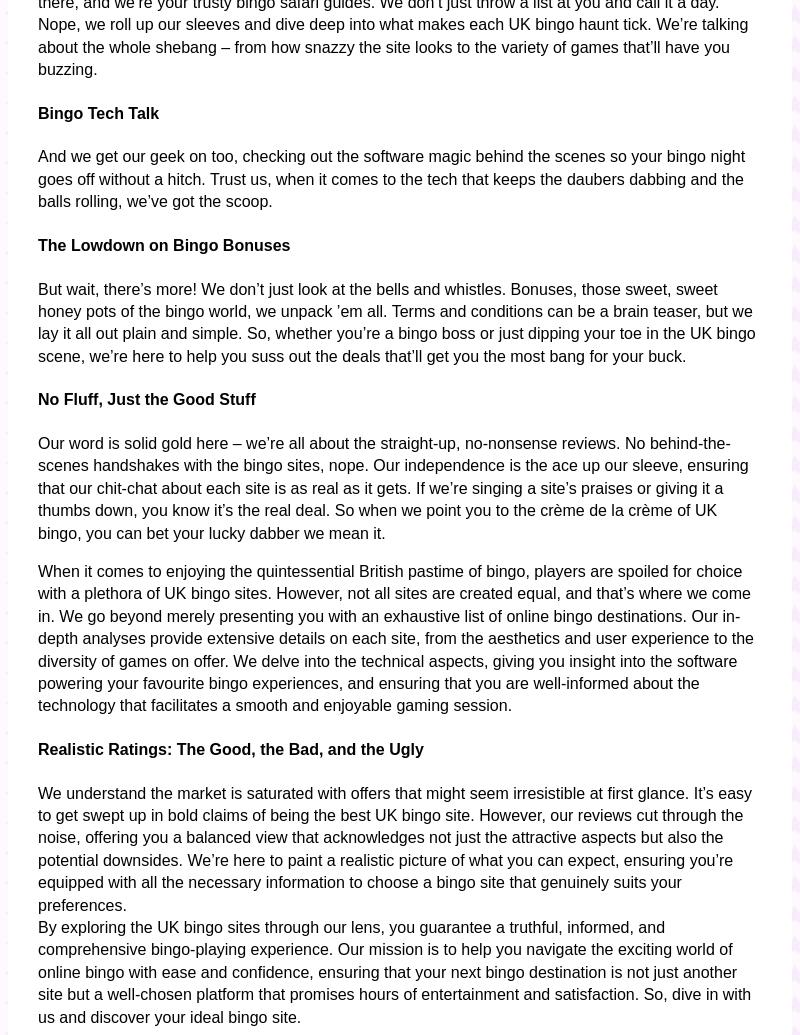 Image resolution: width=800 pixels, height=1035 pixels. What do you see at coordinates (392, 488) in the screenshot?
I see `'Our word is solid gold here – we’re all about the straight-up, no-nonsense reviews. No behind-the-scenes handshakes with the bingo sites, nope. Our independence is the ace up our sleeve, ensuring that our chit-chat about each site is as real as it gets. If we’re singing a site’s praises or giving it a thumbs down, you know it’s the real deal. So when we point you to the crème de la crème of UK bingo, you can bet your lucky dabber we mean it.'` at bounding box center [392, 488].